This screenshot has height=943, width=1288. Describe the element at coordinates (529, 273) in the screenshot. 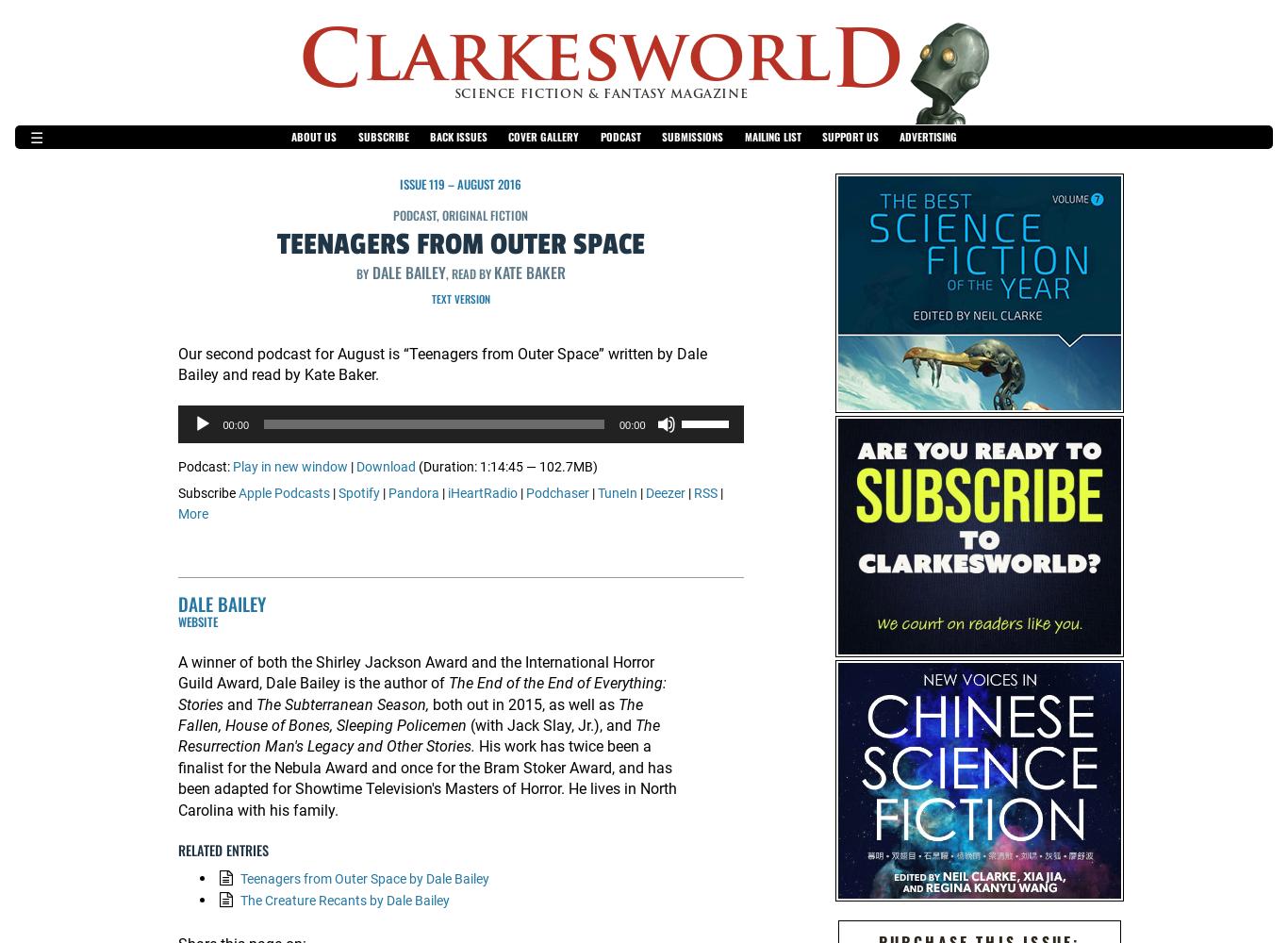

I see `'Kate Baker'` at that location.